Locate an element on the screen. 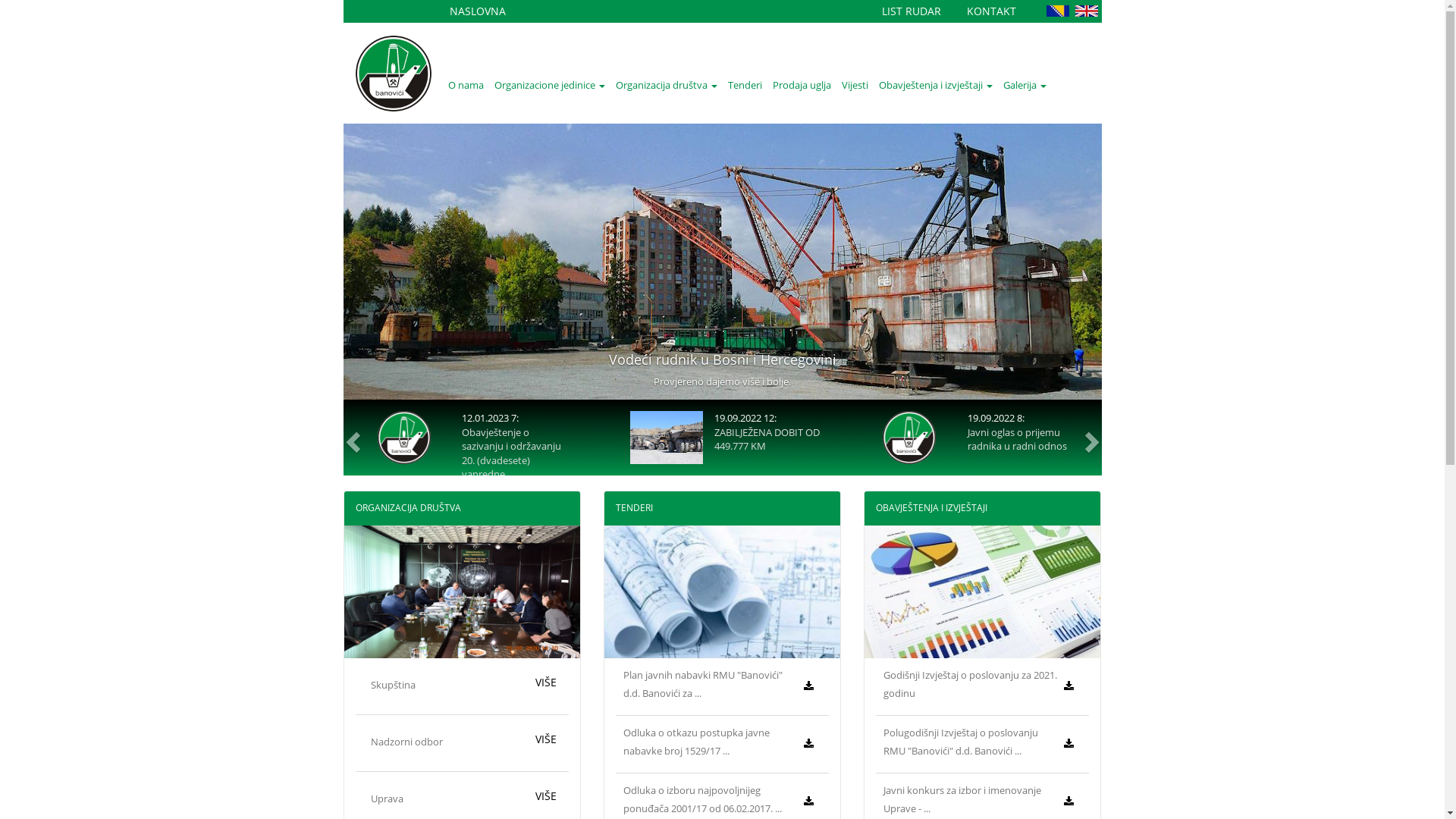 The image size is (1456, 819). 'Javni konkurs za izbor i imenovanje Uprave - ...' is located at coordinates (961, 798).